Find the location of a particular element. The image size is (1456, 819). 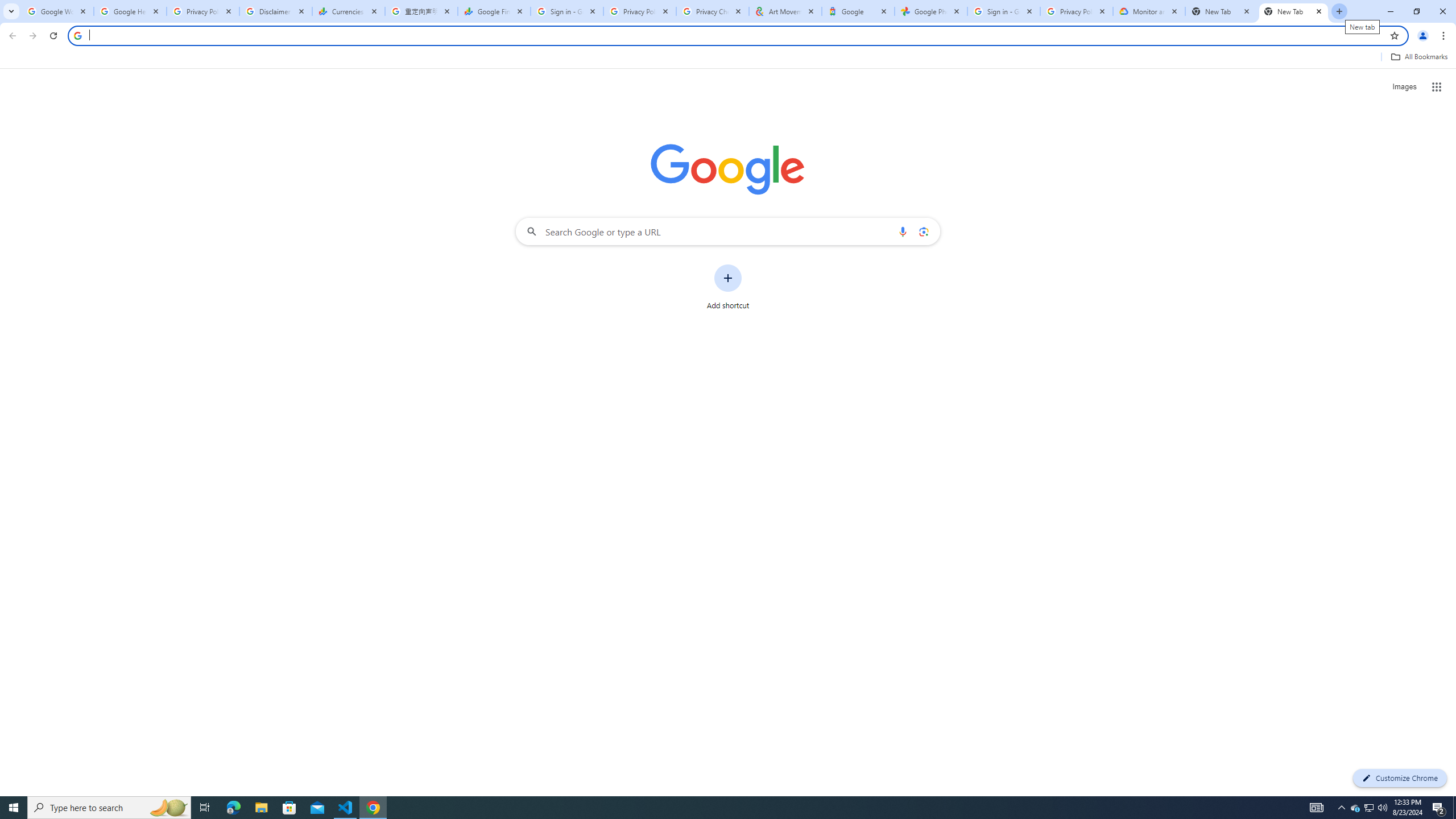

'Google Workspace Admin Community' is located at coordinates (57, 11).